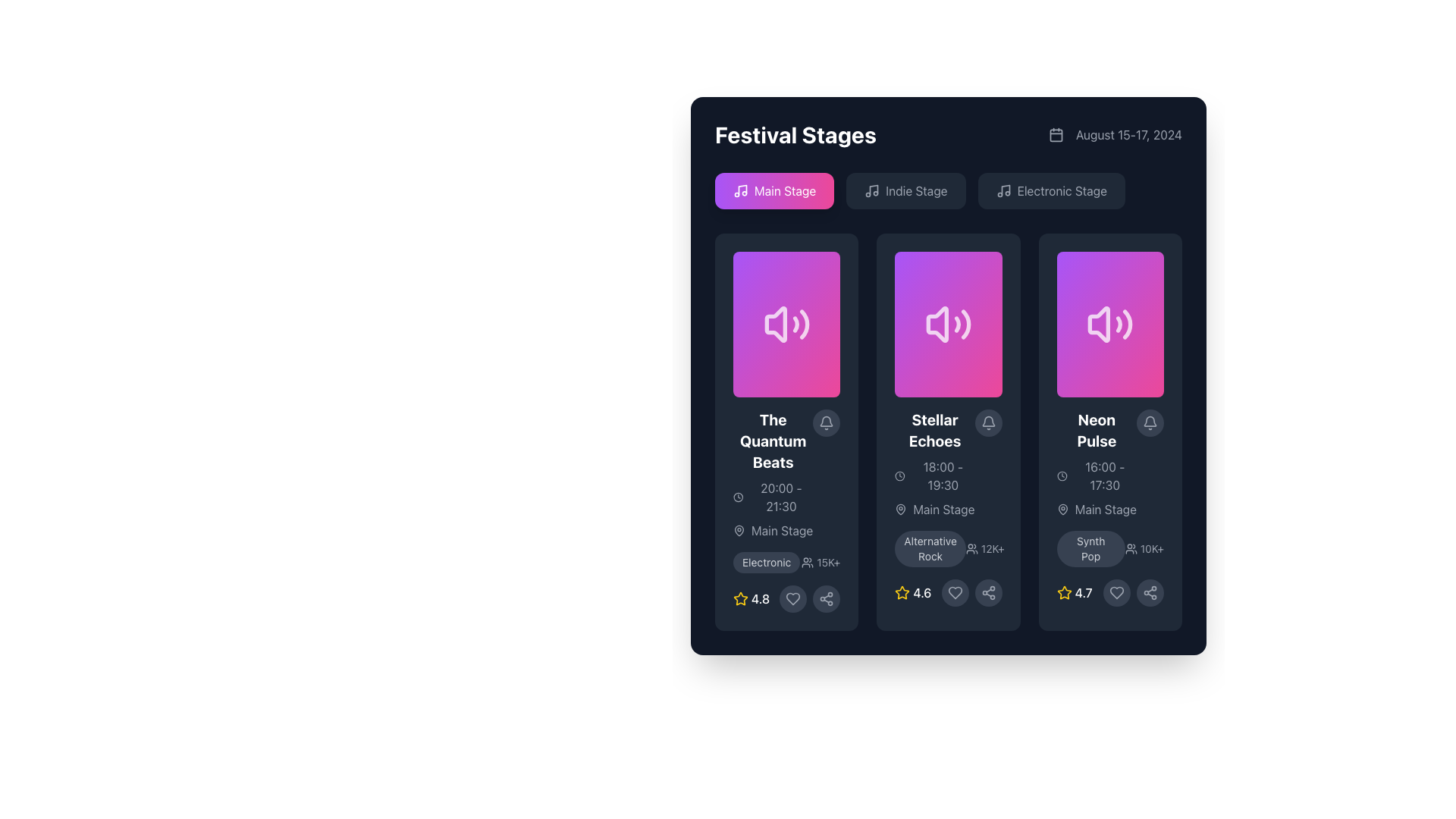 The image size is (1456, 819). What do you see at coordinates (826, 598) in the screenshot?
I see `the Icon Button in the bottom-right corner of the 'Stellar Echoes' event card` at bounding box center [826, 598].